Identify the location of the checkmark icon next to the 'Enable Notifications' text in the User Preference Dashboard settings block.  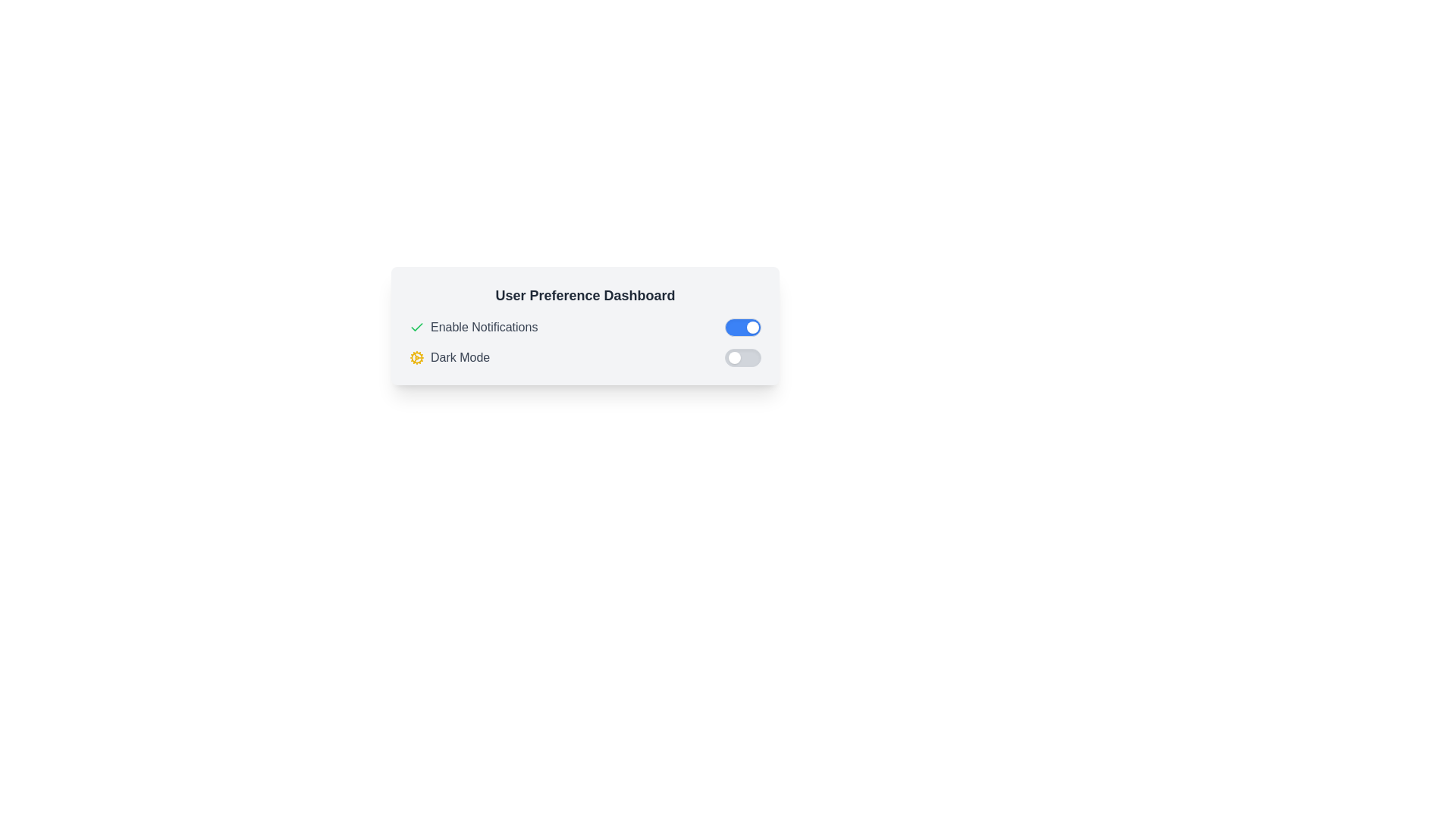
(417, 326).